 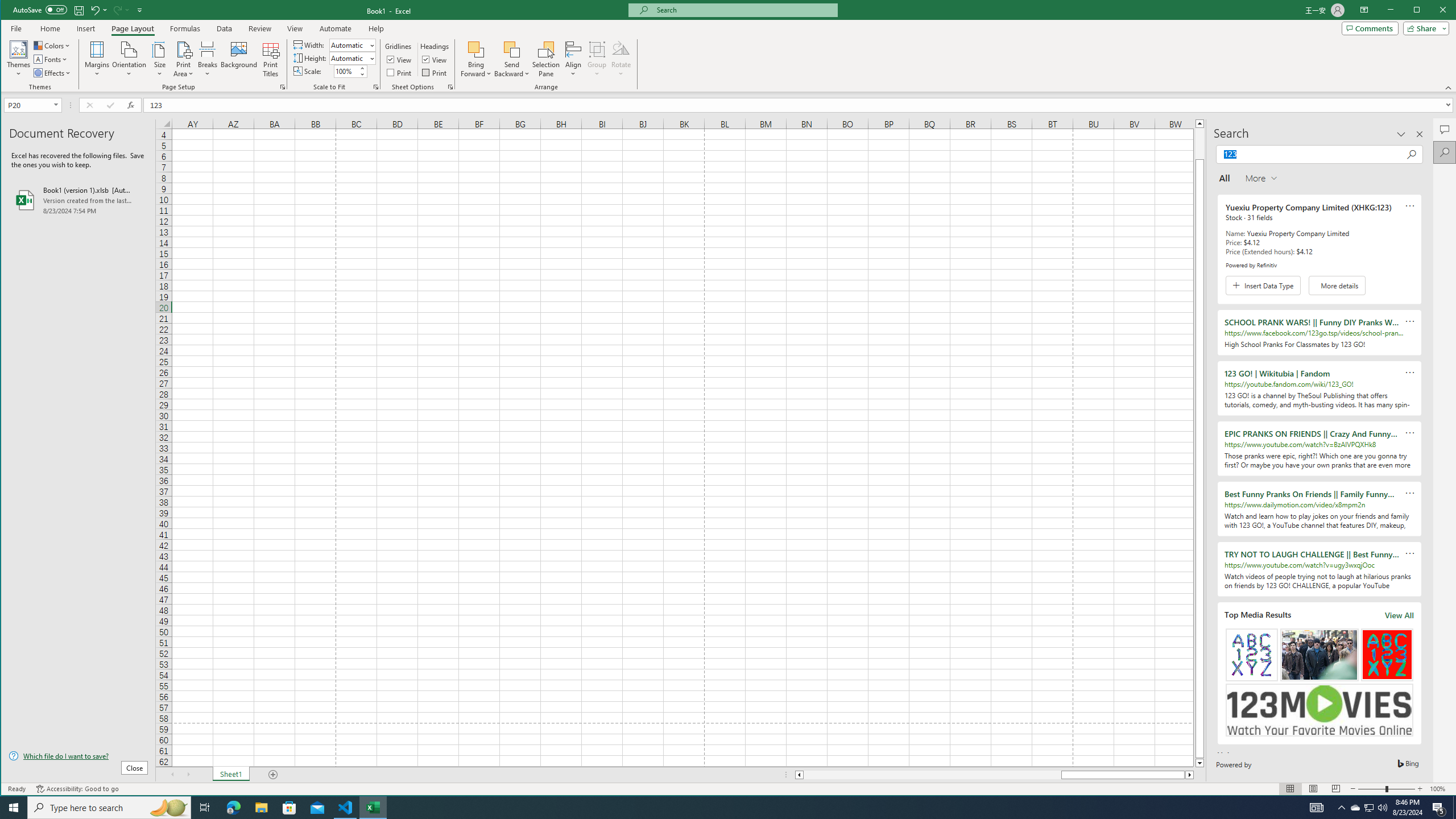 I want to click on 'Bring Forward', so click(x=476, y=59).